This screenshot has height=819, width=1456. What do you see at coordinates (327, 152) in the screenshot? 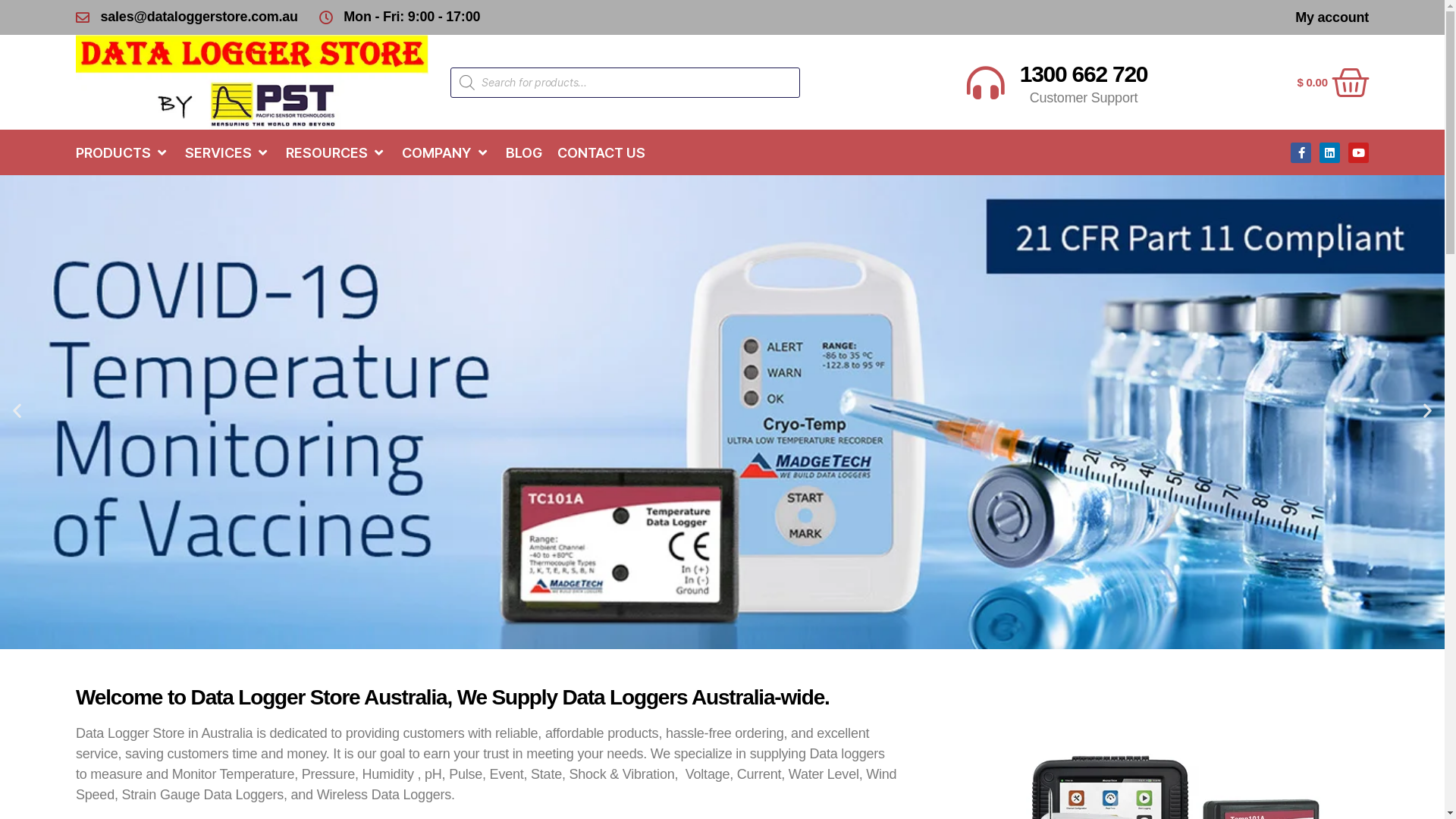
I see `'RESOURCES'` at bounding box center [327, 152].